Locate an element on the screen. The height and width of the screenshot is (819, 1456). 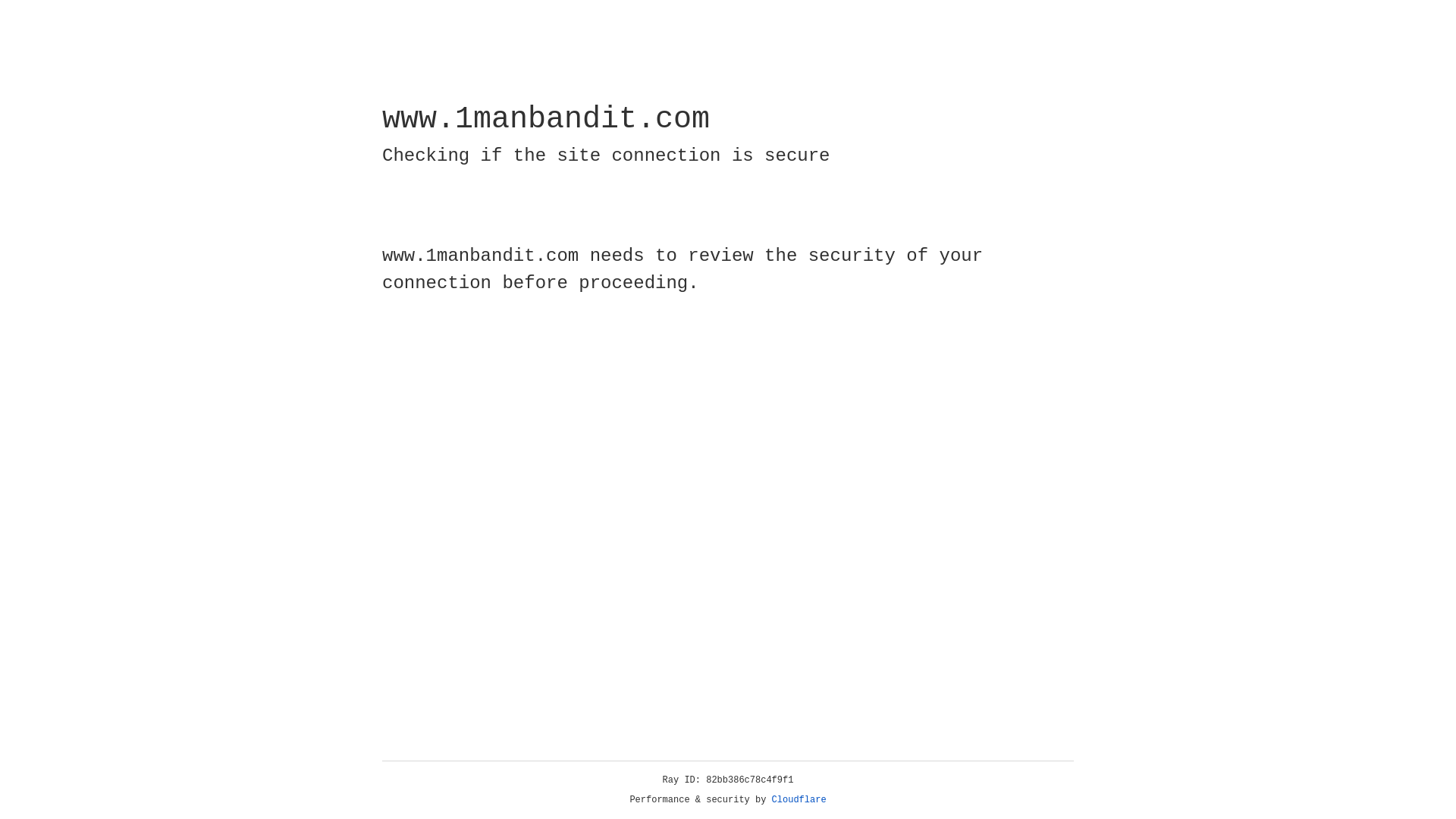
'Cloudflare' is located at coordinates (799, 799).